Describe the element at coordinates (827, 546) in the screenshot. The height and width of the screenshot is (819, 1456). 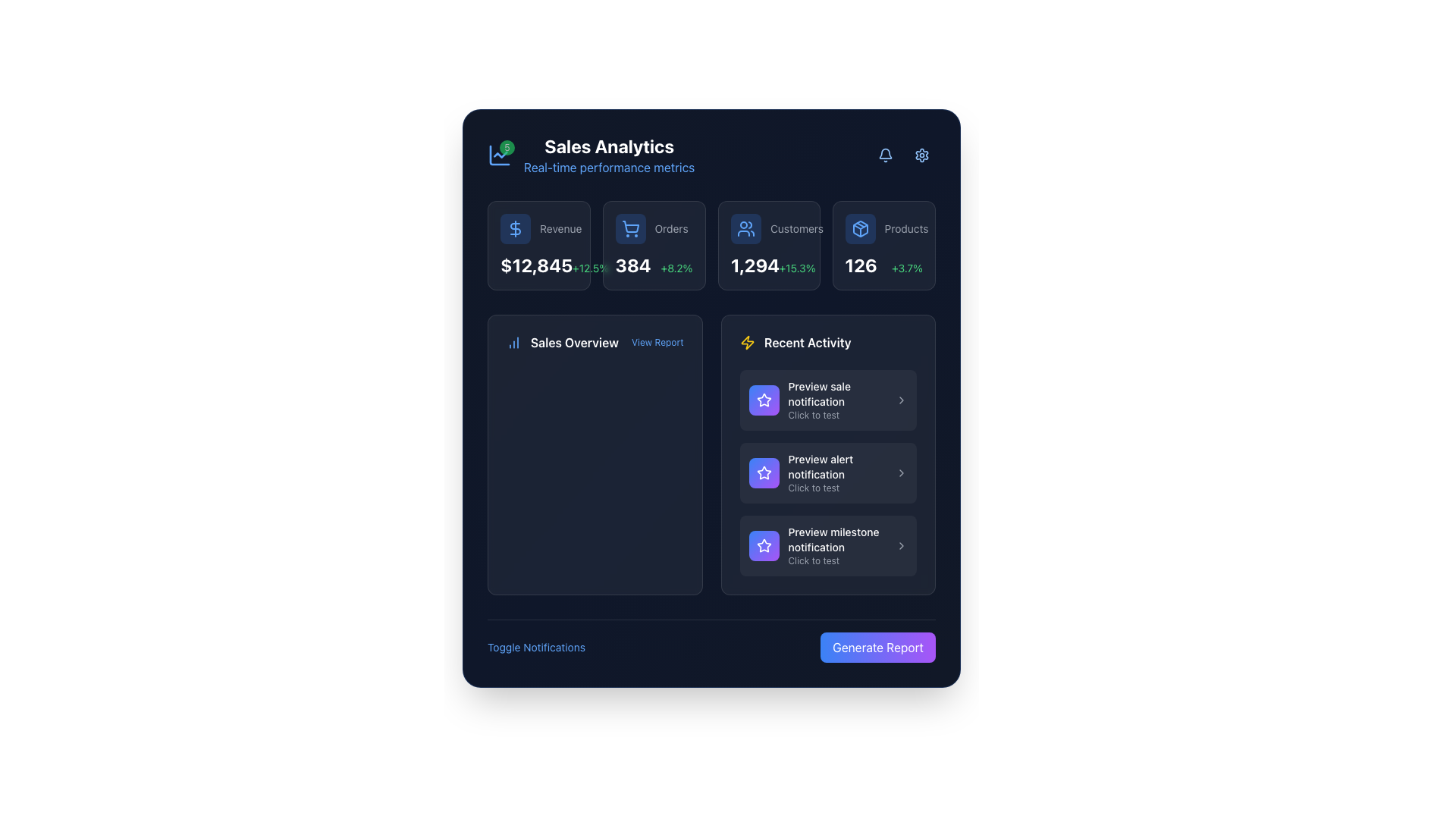
I see `the third button` at that location.